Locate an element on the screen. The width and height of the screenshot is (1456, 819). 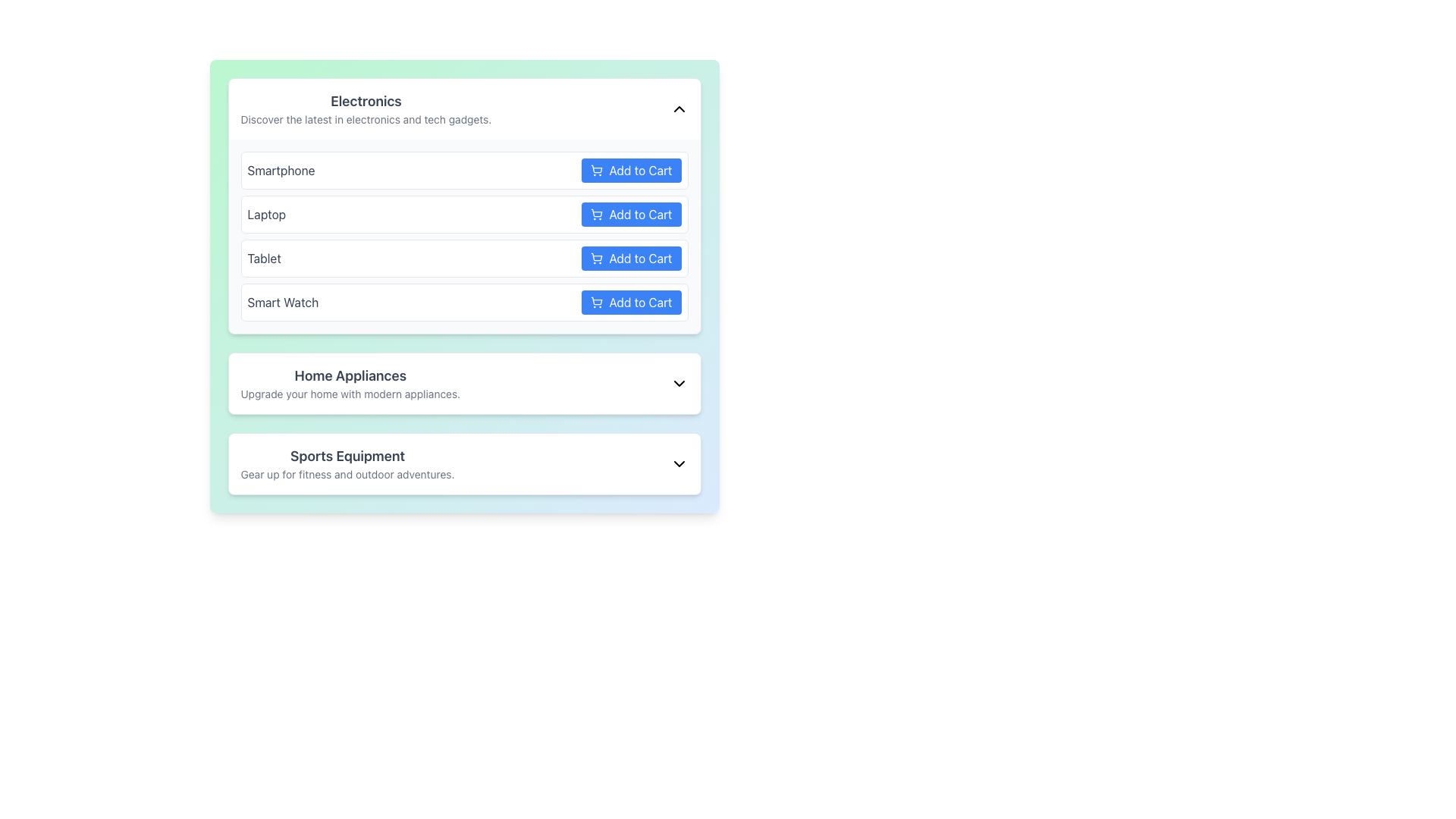
the Expandable Section element, which is located between the 'Smart Watch' and 'Sports Equipment' sections is located at coordinates (463, 382).